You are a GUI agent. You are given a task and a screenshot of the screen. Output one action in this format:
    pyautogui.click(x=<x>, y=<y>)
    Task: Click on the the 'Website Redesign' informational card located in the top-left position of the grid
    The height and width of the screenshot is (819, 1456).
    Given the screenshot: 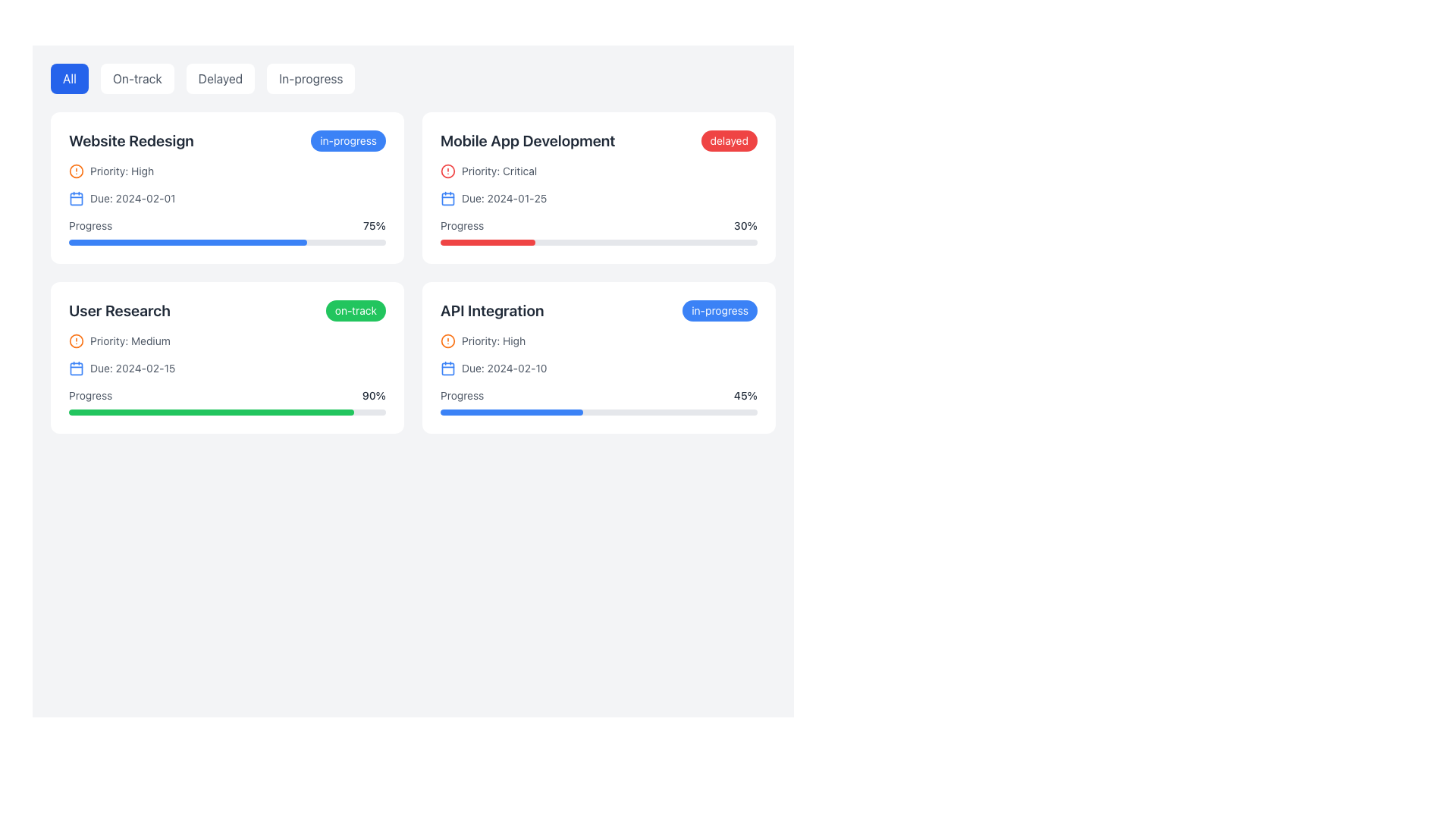 What is the action you would take?
    pyautogui.click(x=226, y=187)
    